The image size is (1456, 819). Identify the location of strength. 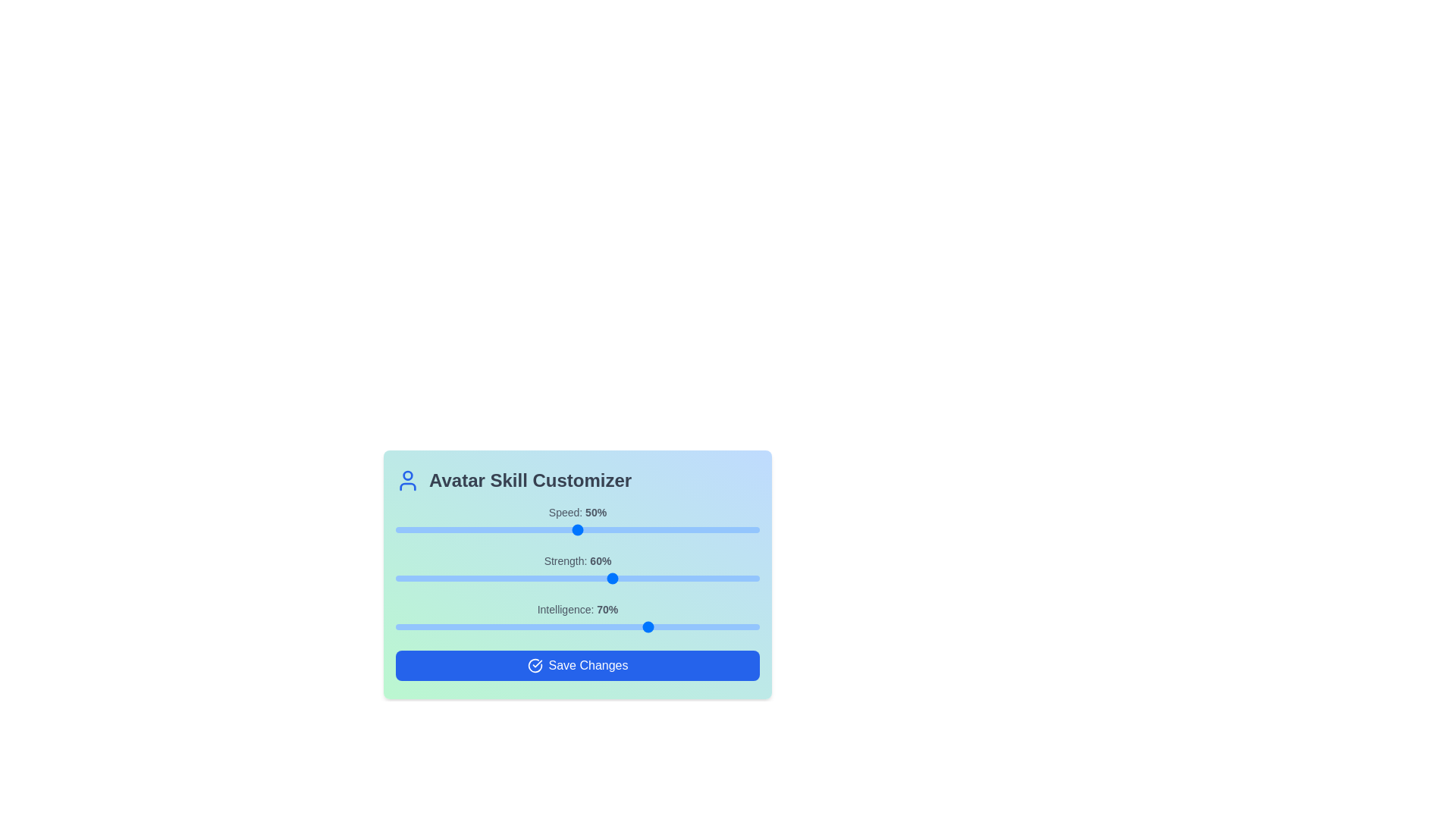
(399, 579).